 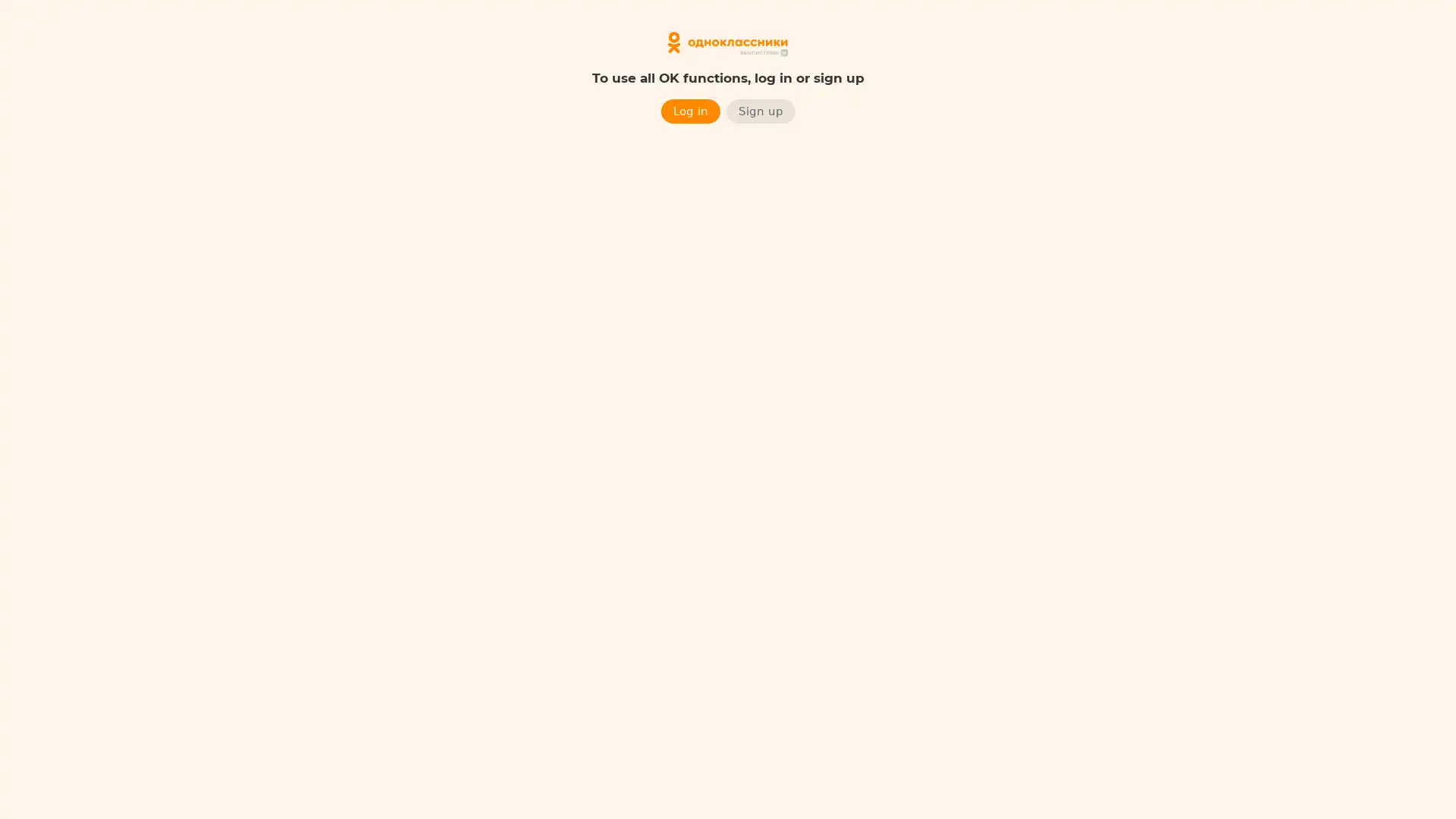 I want to click on Sign up, so click(x=760, y=110).